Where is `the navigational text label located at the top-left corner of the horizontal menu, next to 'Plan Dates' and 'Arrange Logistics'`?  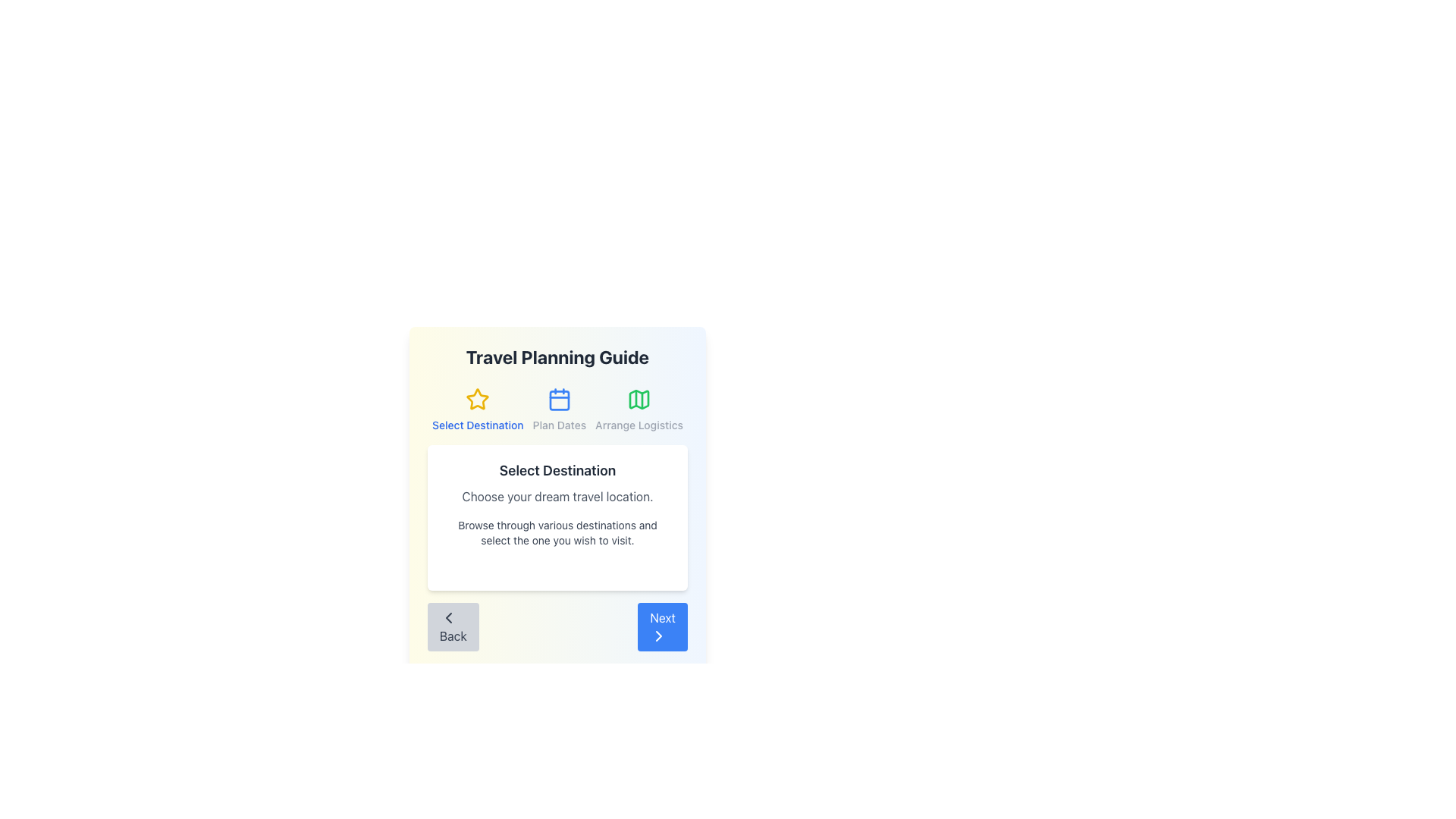
the navigational text label located at the top-left corner of the horizontal menu, next to 'Plan Dates' and 'Arrange Logistics' is located at coordinates (477, 409).